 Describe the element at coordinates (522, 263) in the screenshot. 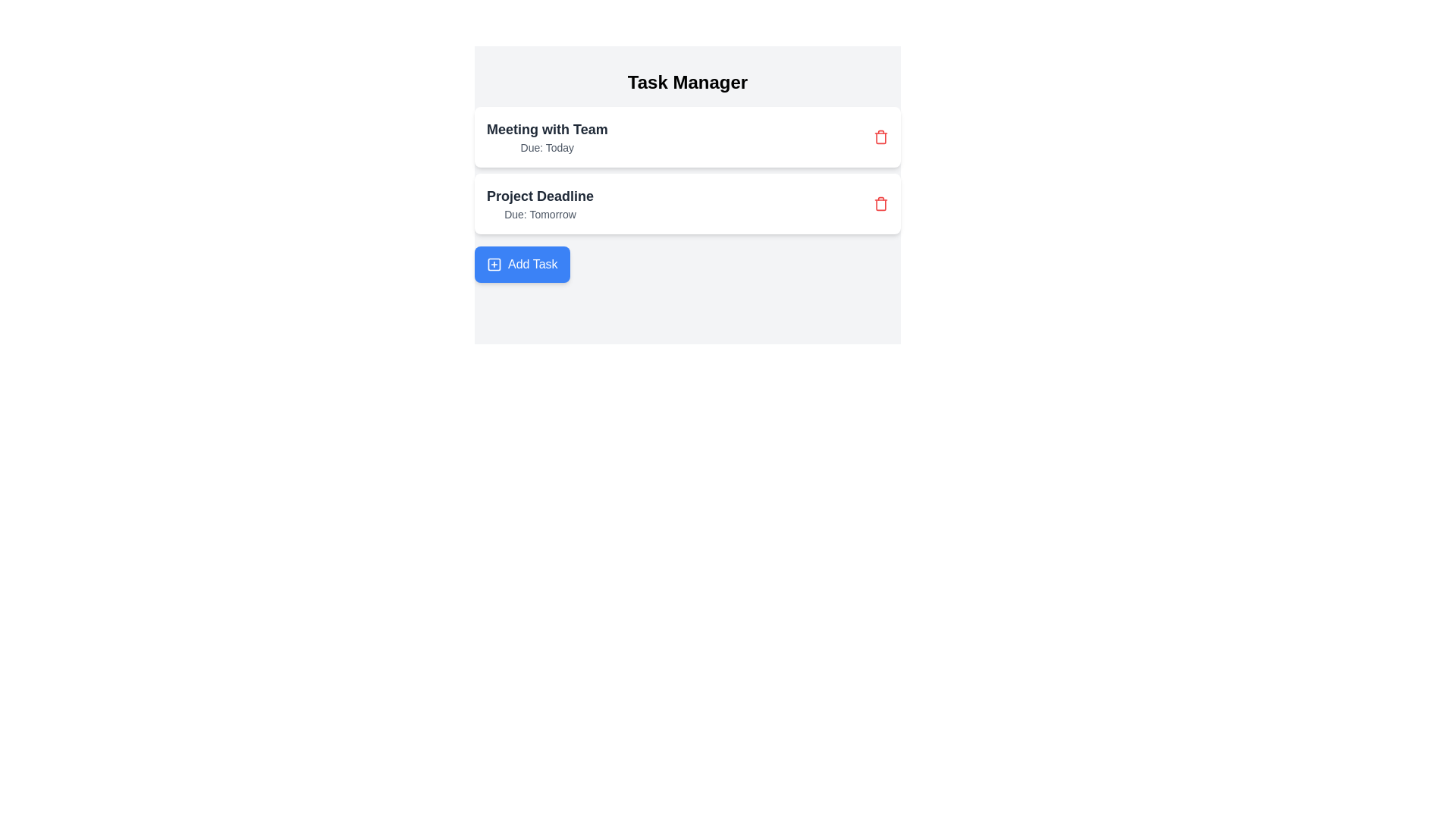

I see `the 'Add Task' button, which is a rectangular button with rounded corners, a vivid blue background, white text, and a white icon depicting a square with a plus sign` at that location.